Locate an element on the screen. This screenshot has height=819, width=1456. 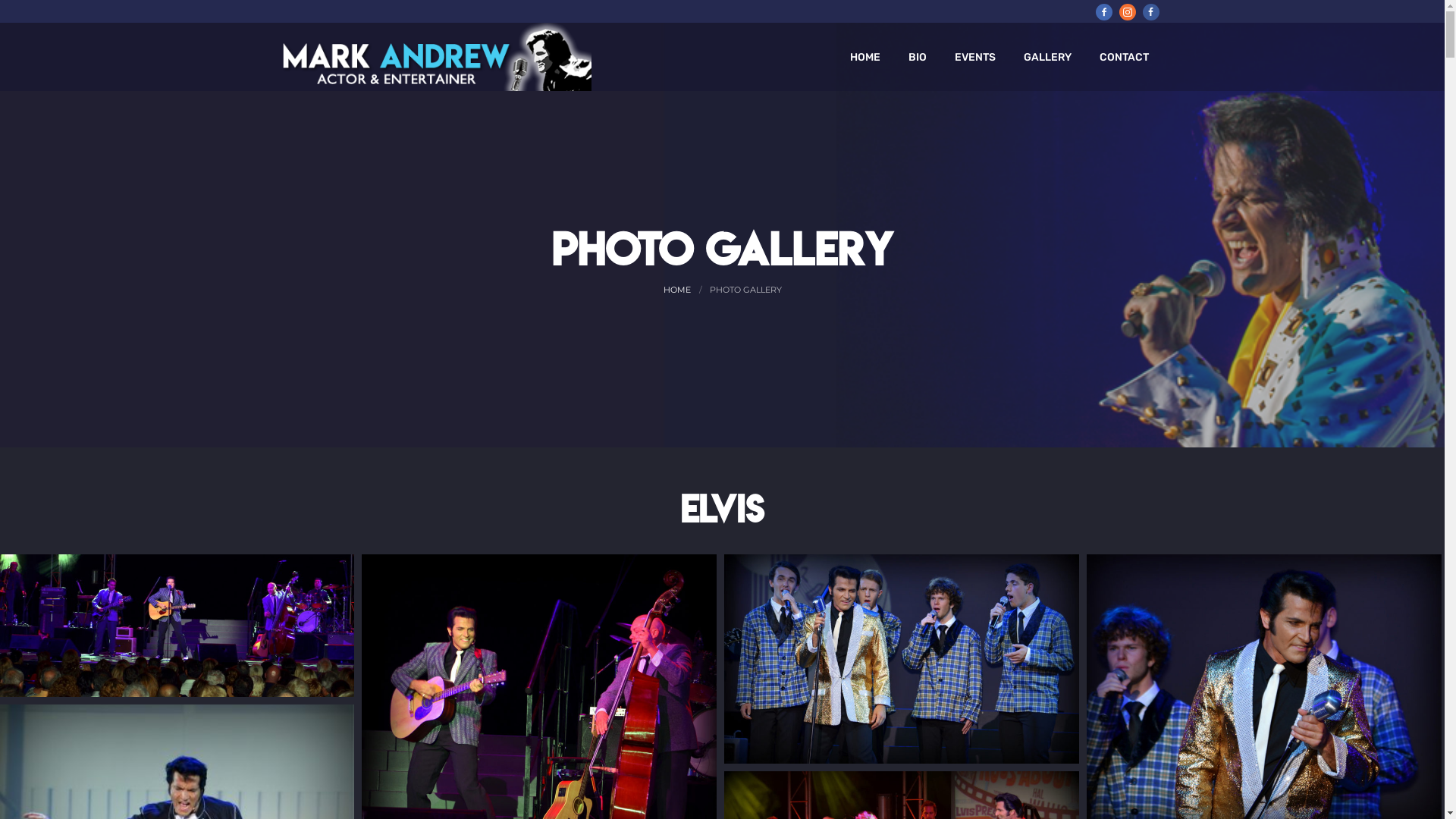
'Mark Andrew Instagram' is located at coordinates (1119, 11).